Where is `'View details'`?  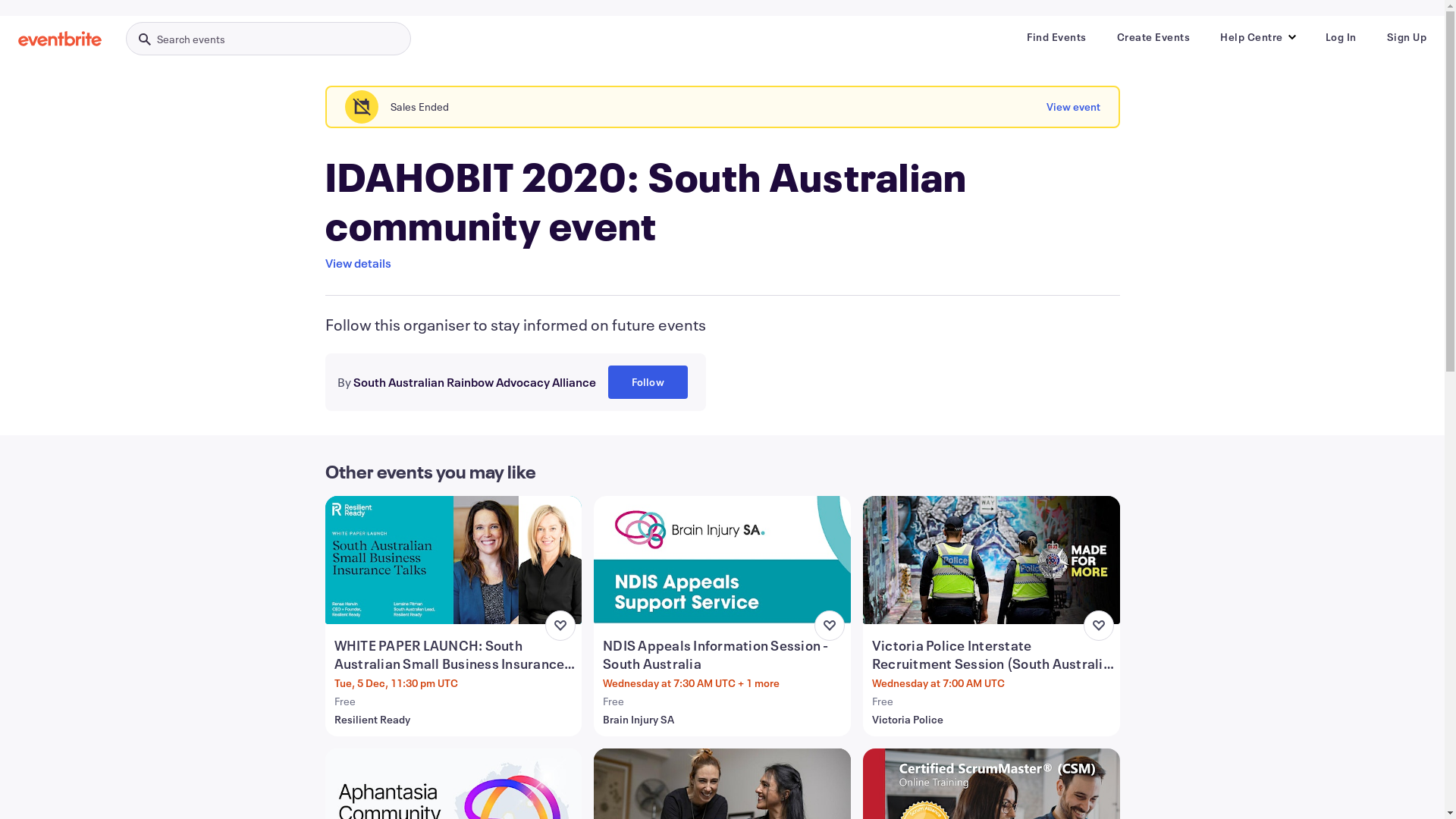 'View details' is located at coordinates (356, 262).